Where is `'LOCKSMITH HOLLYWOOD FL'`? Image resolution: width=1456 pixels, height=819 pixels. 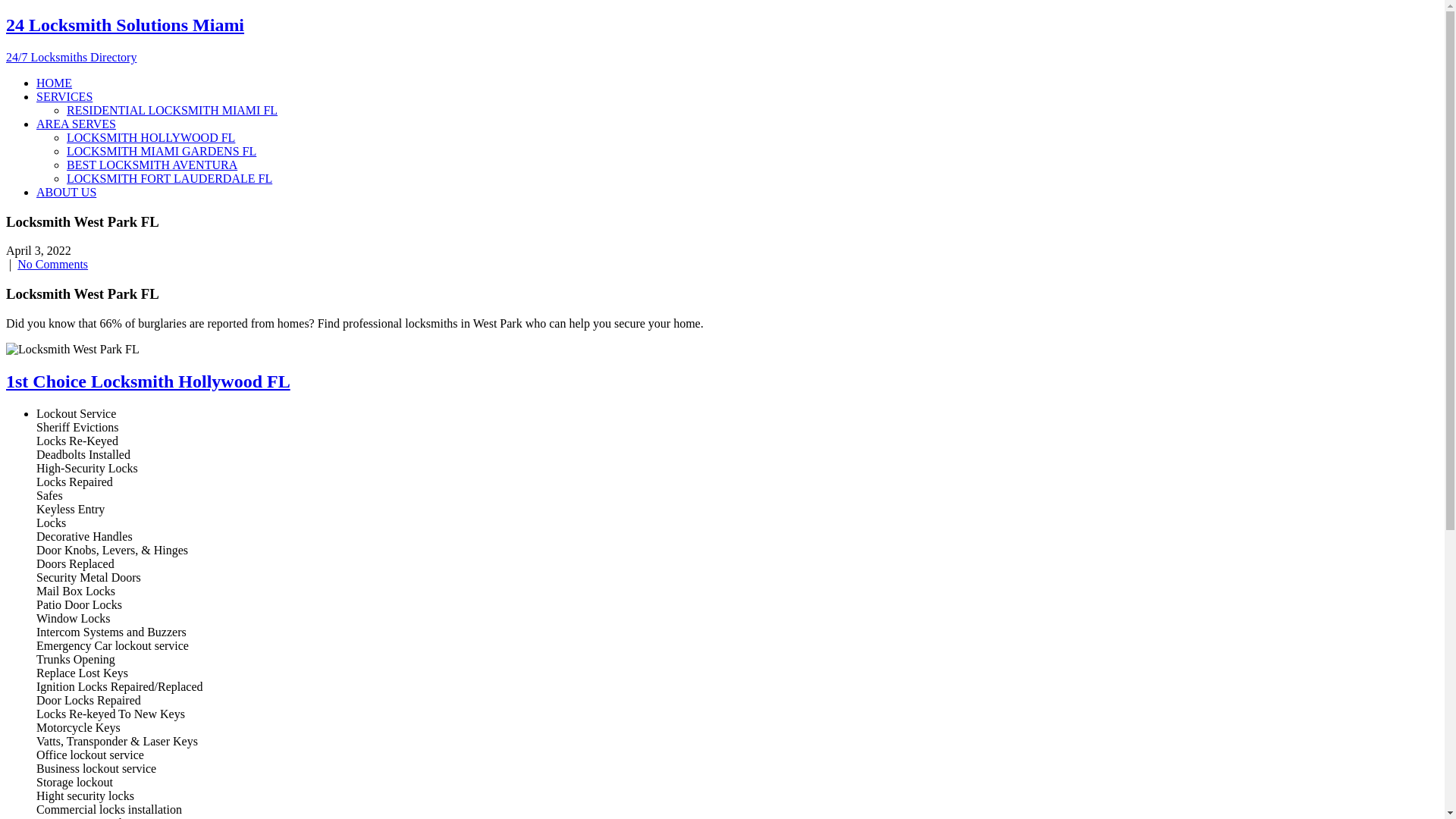
'LOCKSMITH HOLLYWOOD FL' is located at coordinates (150, 137).